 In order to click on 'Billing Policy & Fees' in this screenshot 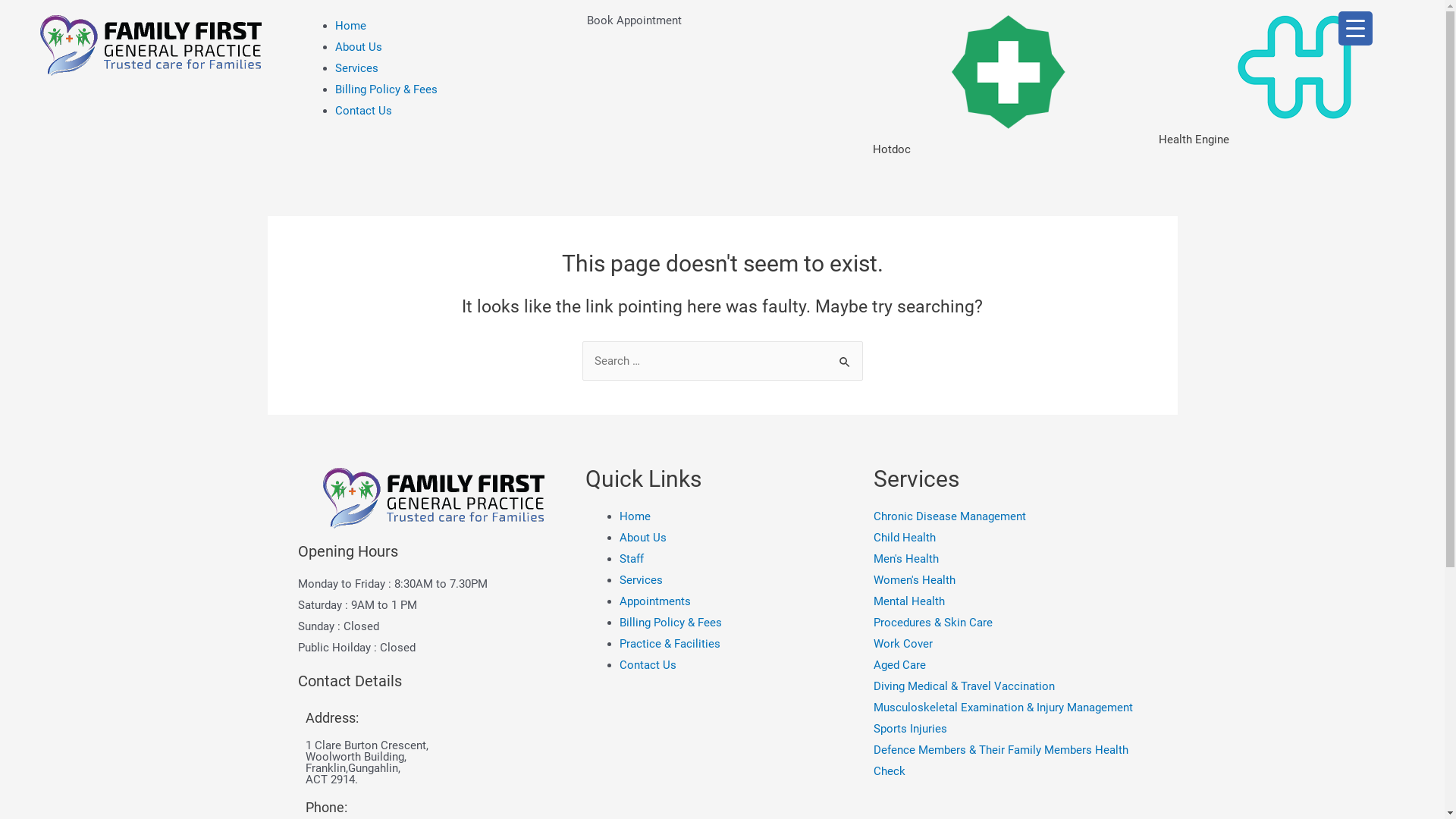, I will do `click(334, 89)`.